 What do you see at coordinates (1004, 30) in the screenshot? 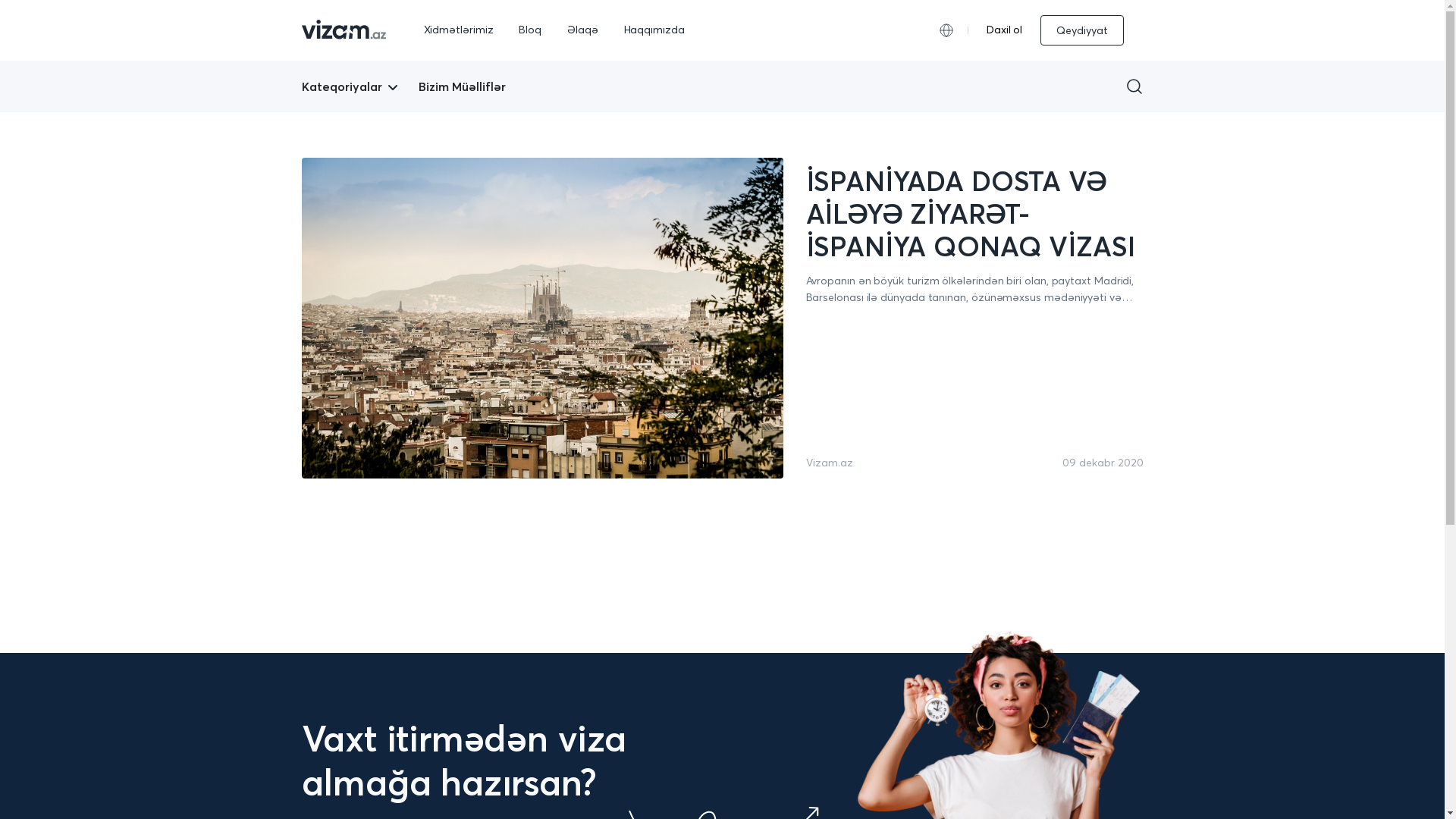
I see `'Daxil ol'` at bounding box center [1004, 30].